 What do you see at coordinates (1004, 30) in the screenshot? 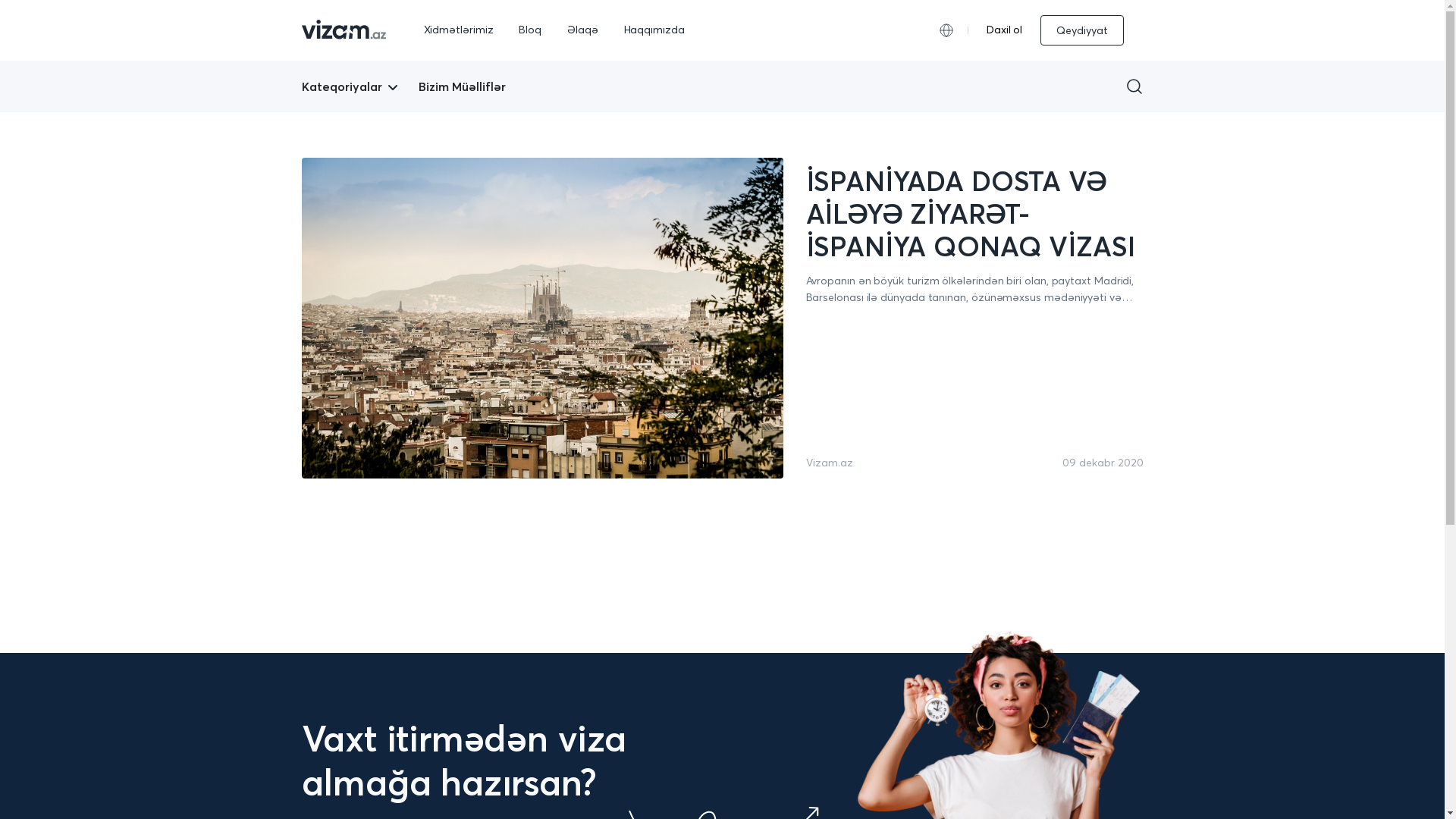
I see `'Daxil ol'` at bounding box center [1004, 30].